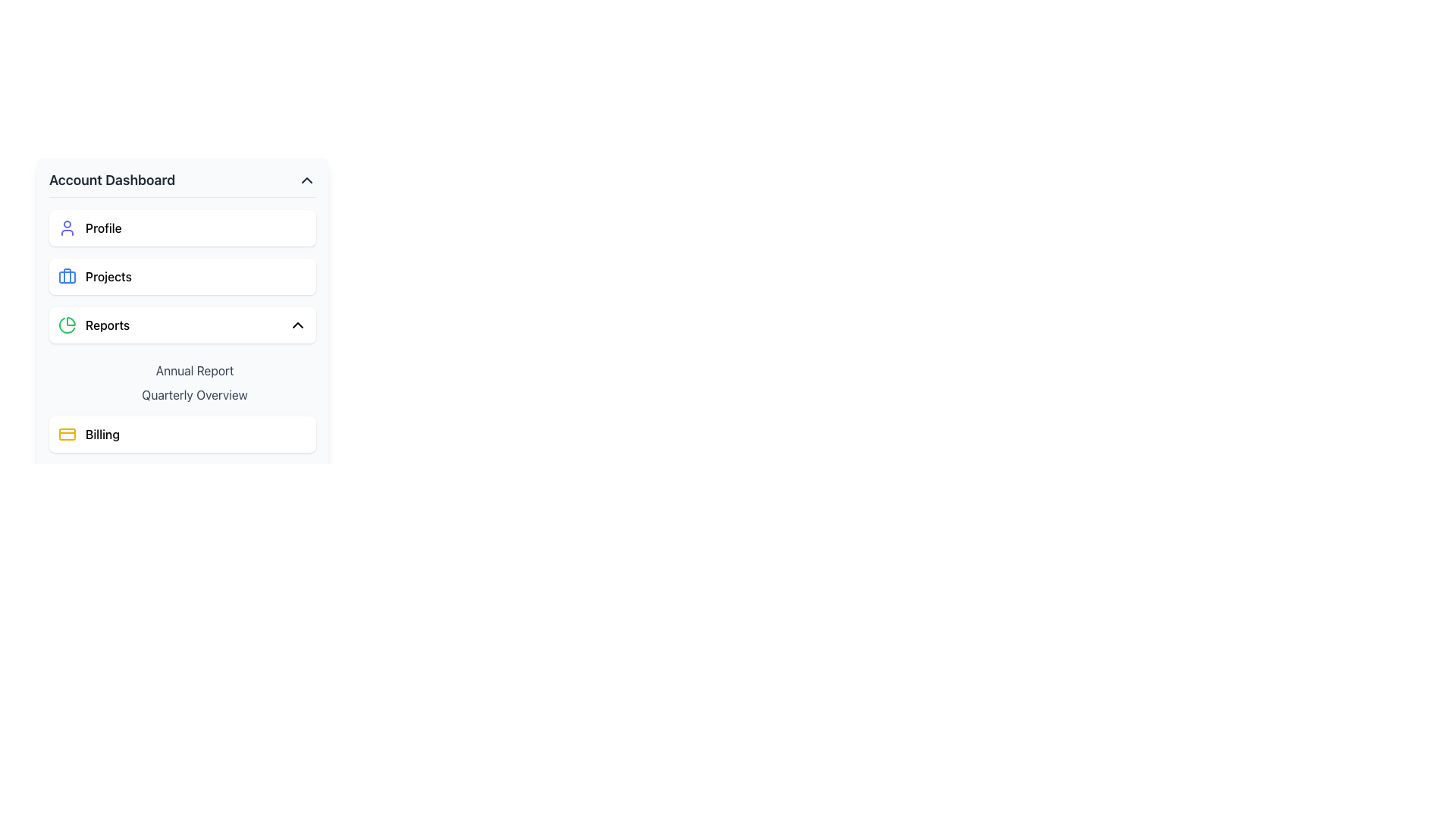 The width and height of the screenshot is (1456, 819). What do you see at coordinates (102, 435) in the screenshot?
I see `text content of the label indicating billing features located at the bottom of a vertical list in the sidebar` at bounding box center [102, 435].